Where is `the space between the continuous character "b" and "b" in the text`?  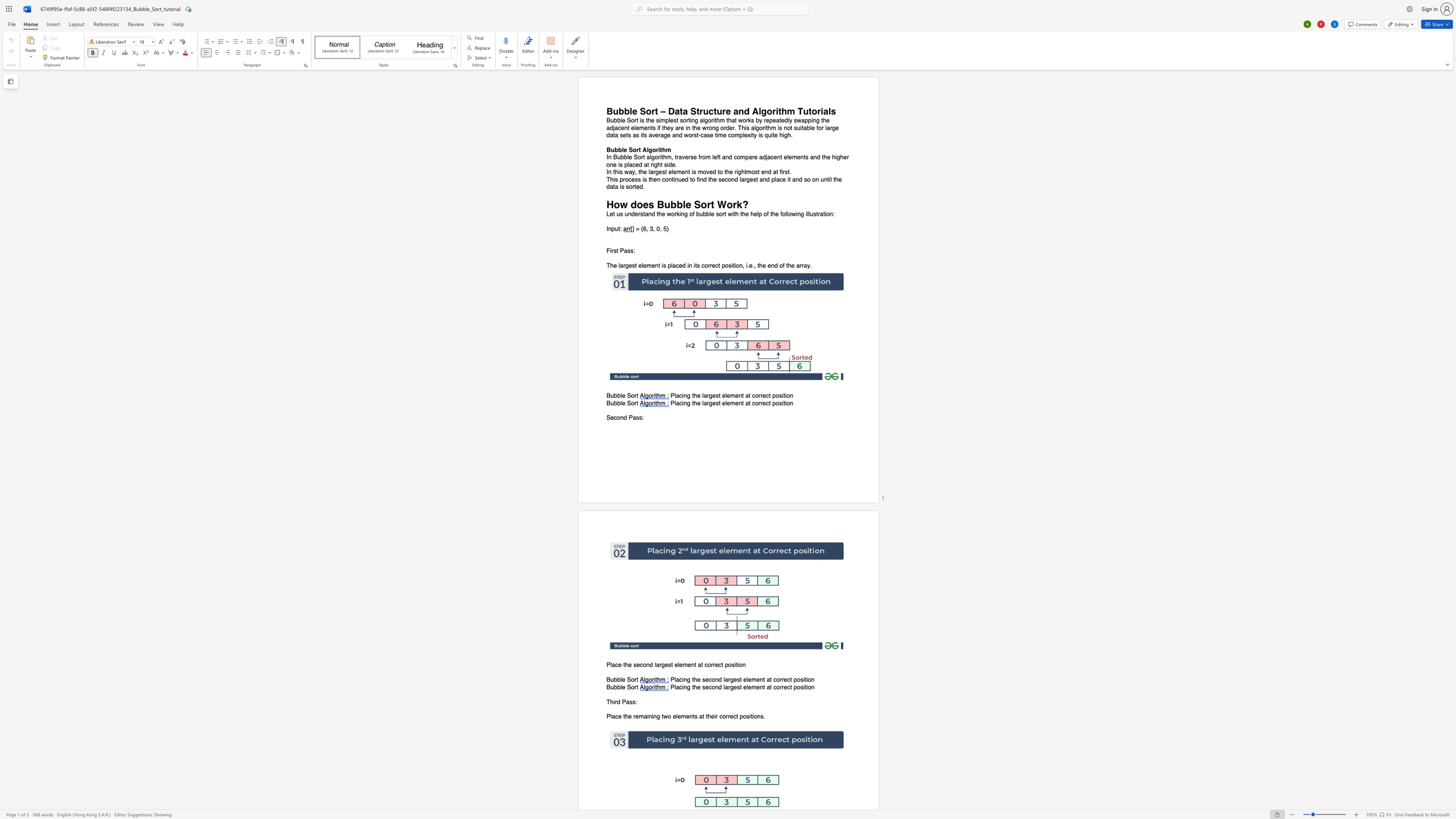
the space between the continuous character "b" and "b" in the text is located at coordinates (618, 149).